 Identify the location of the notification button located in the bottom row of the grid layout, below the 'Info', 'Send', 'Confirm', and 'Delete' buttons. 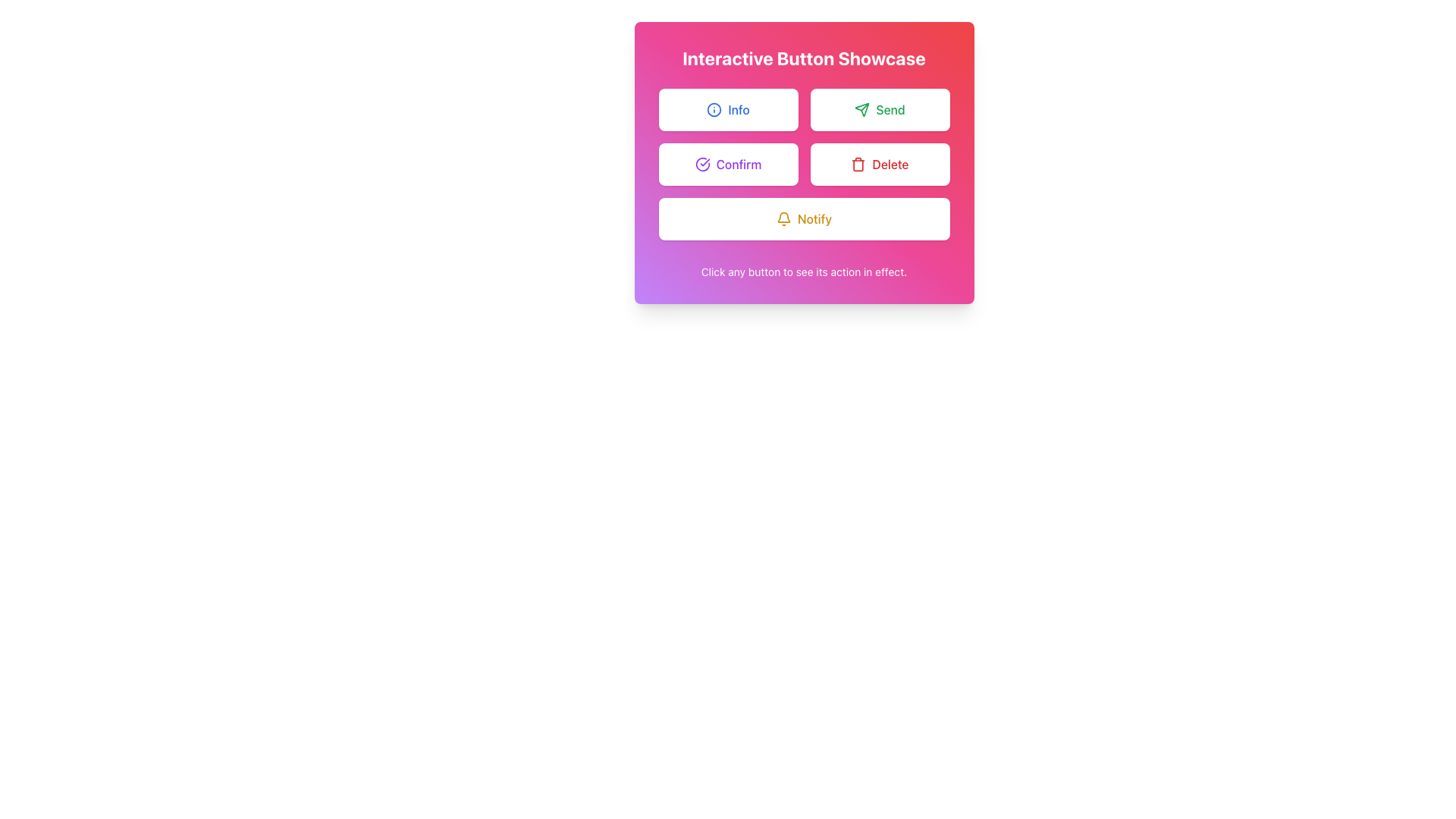
(803, 219).